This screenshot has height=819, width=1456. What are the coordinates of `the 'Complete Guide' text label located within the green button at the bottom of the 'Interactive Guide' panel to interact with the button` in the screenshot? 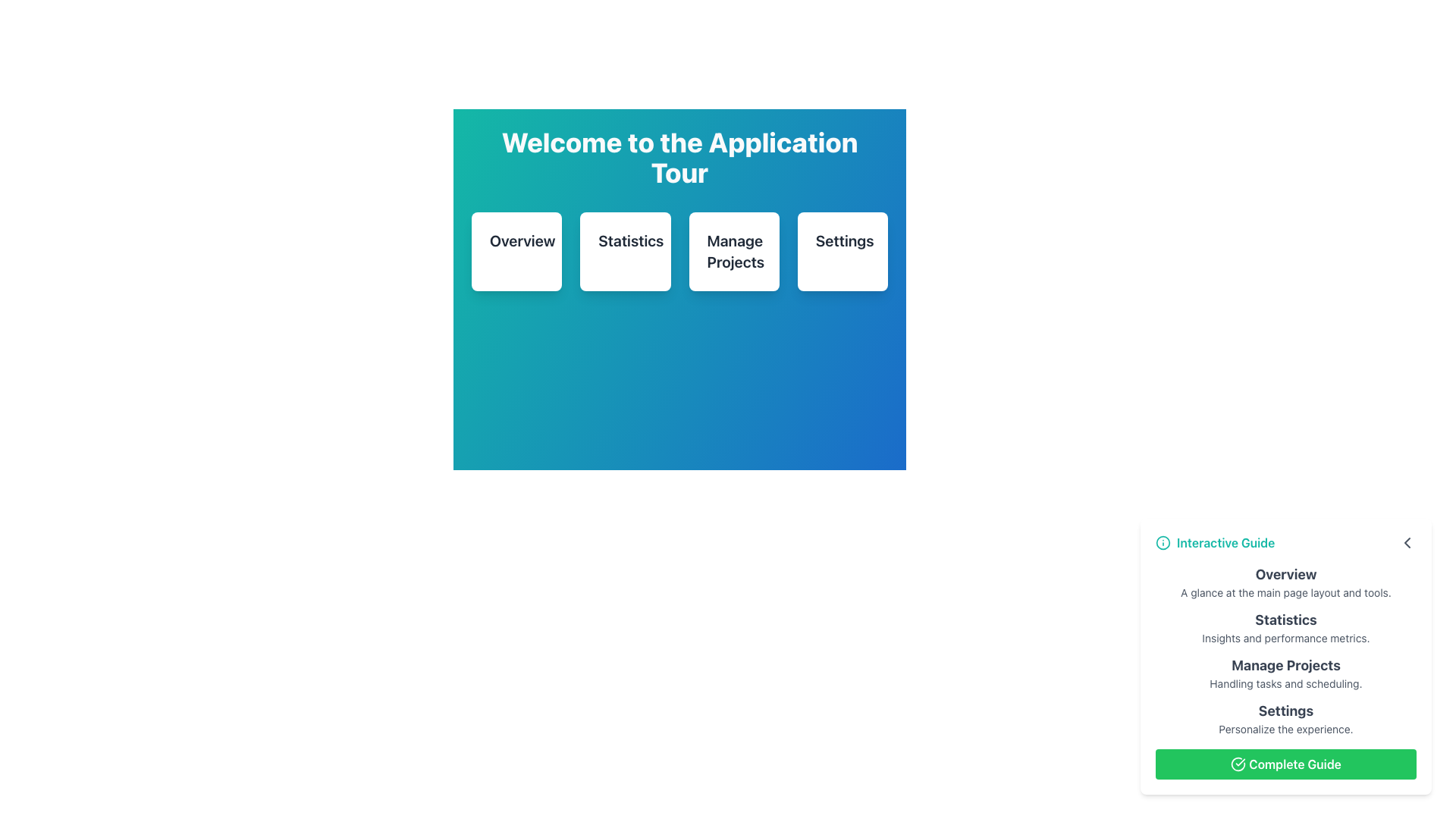 It's located at (1294, 764).